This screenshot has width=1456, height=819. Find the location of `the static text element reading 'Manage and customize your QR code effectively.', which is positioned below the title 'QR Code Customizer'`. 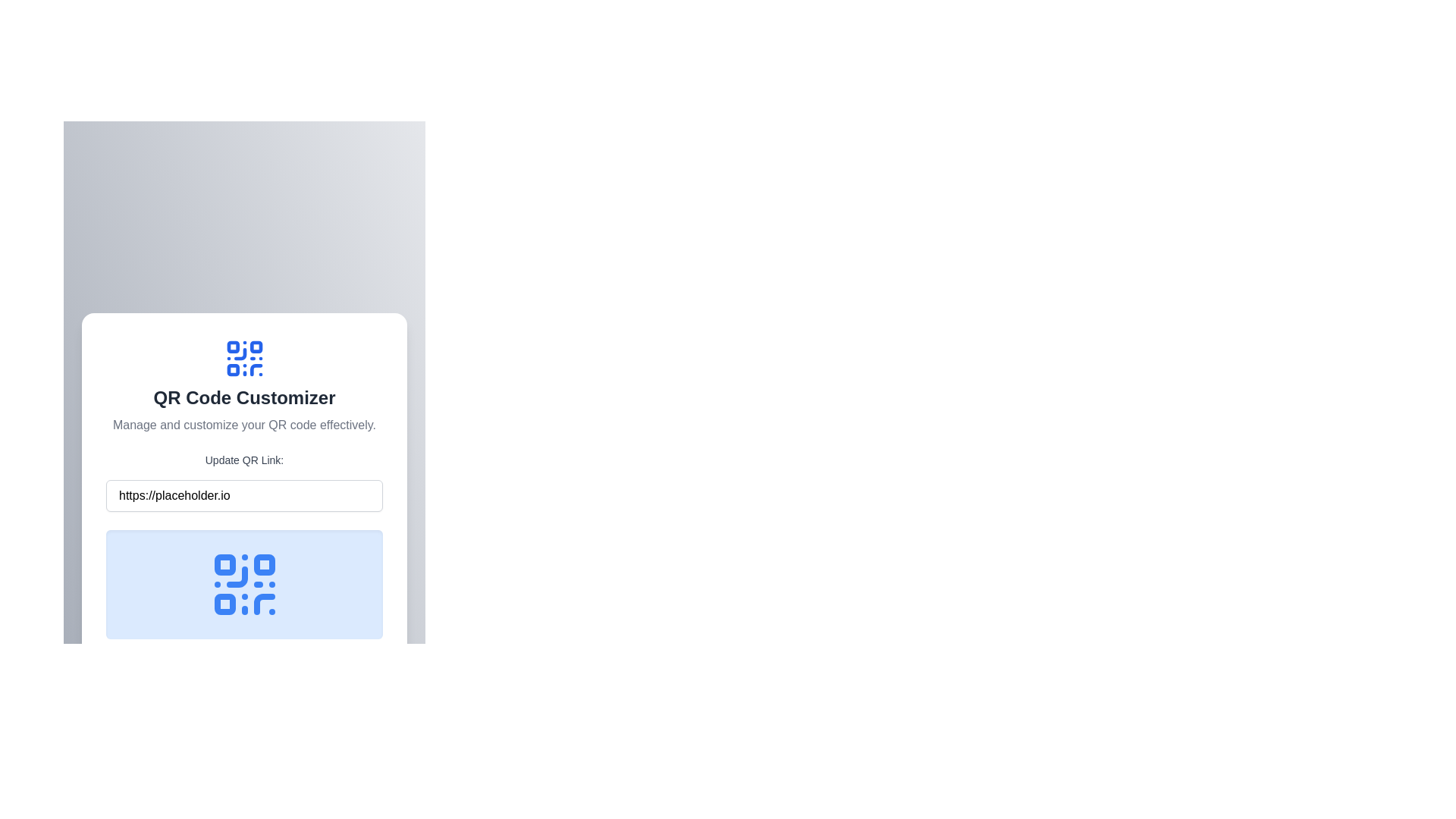

the static text element reading 'Manage and customize your QR code effectively.', which is positioned below the title 'QR Code Customizer' is located at coordinates (244, 425).